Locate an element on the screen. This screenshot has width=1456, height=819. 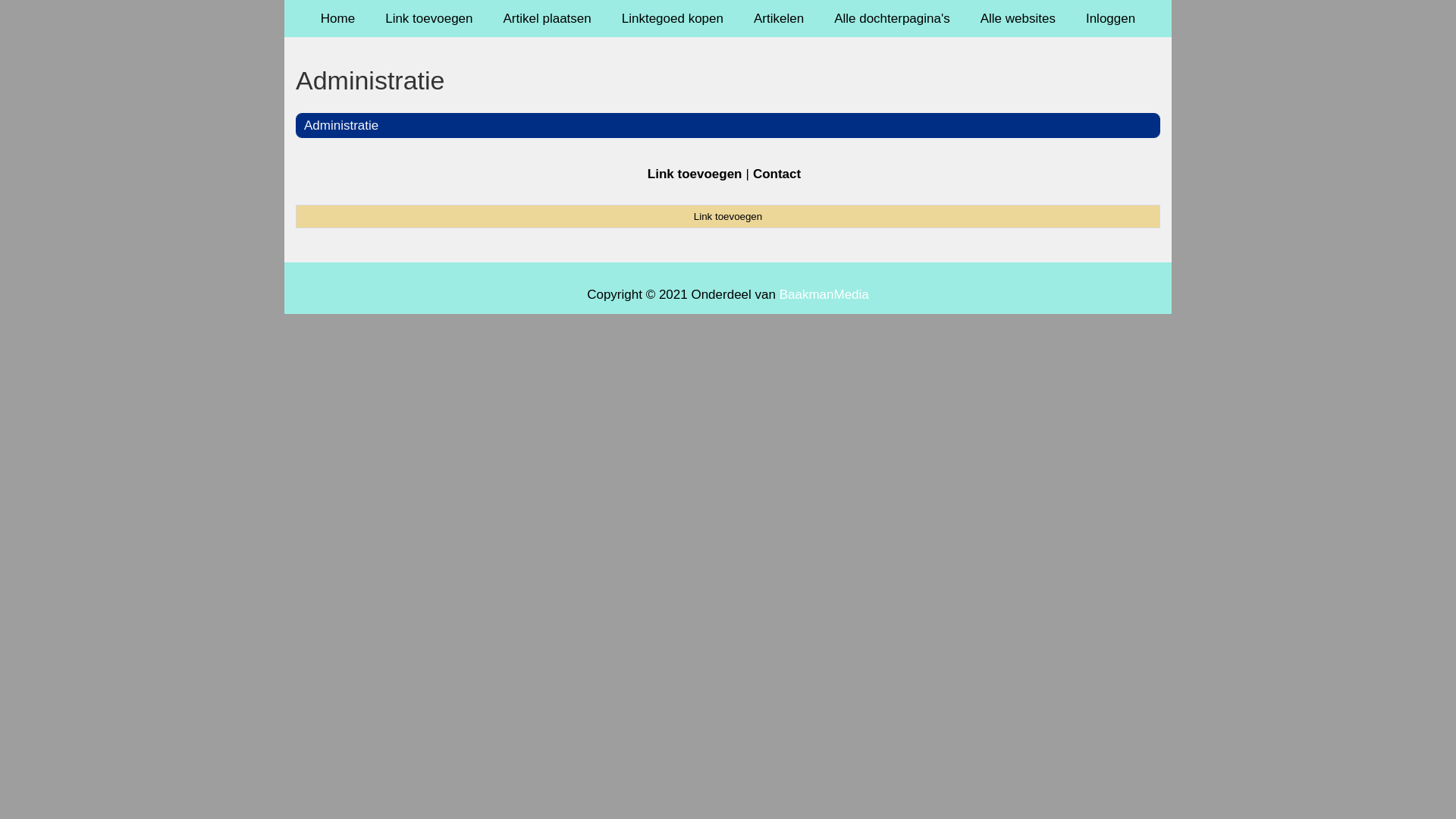
'Contact' is located at coordinates (777, 173).